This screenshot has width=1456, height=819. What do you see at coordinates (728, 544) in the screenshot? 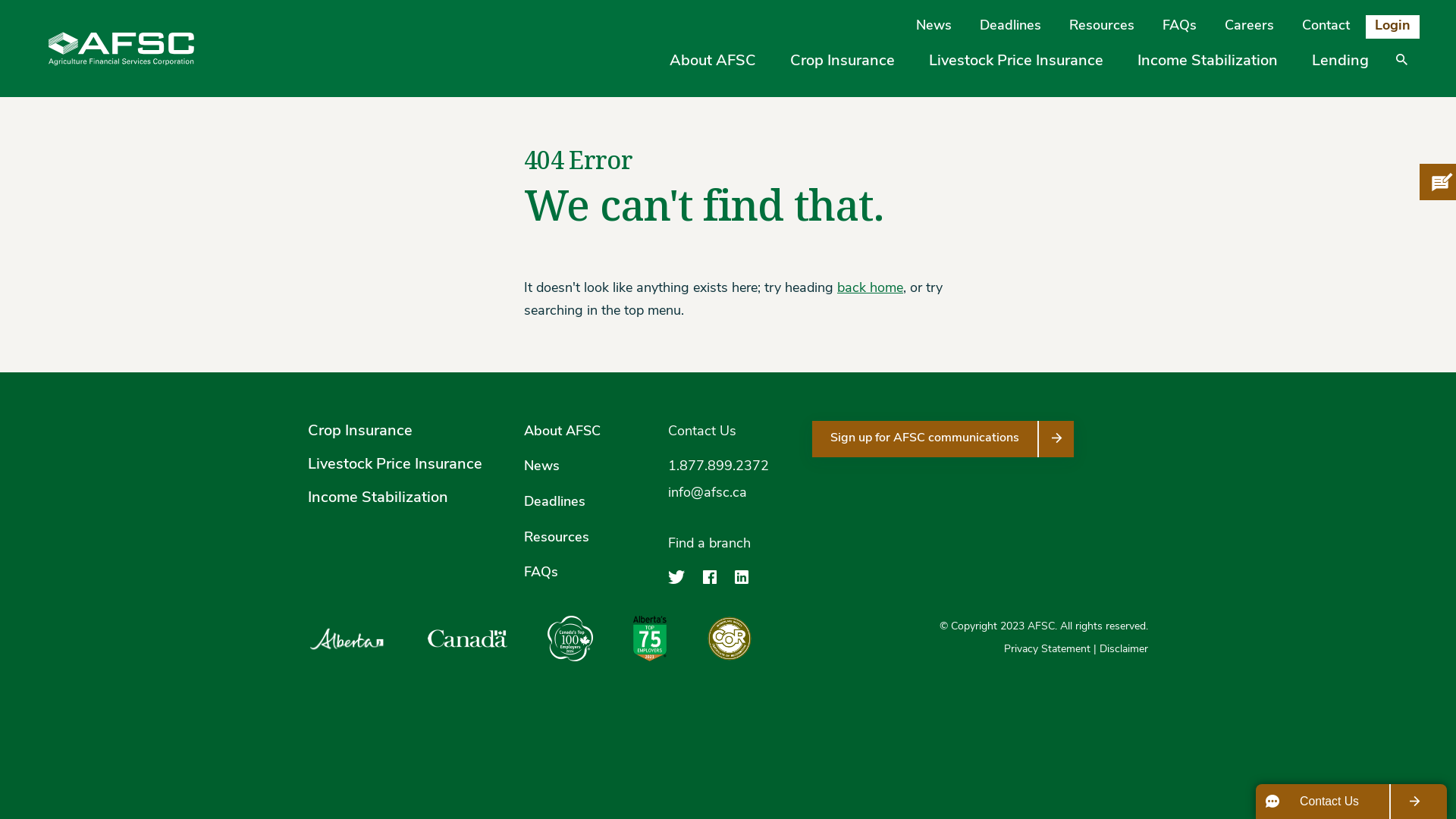
I see `'Find a branch'` at bounding box center [728, 544].